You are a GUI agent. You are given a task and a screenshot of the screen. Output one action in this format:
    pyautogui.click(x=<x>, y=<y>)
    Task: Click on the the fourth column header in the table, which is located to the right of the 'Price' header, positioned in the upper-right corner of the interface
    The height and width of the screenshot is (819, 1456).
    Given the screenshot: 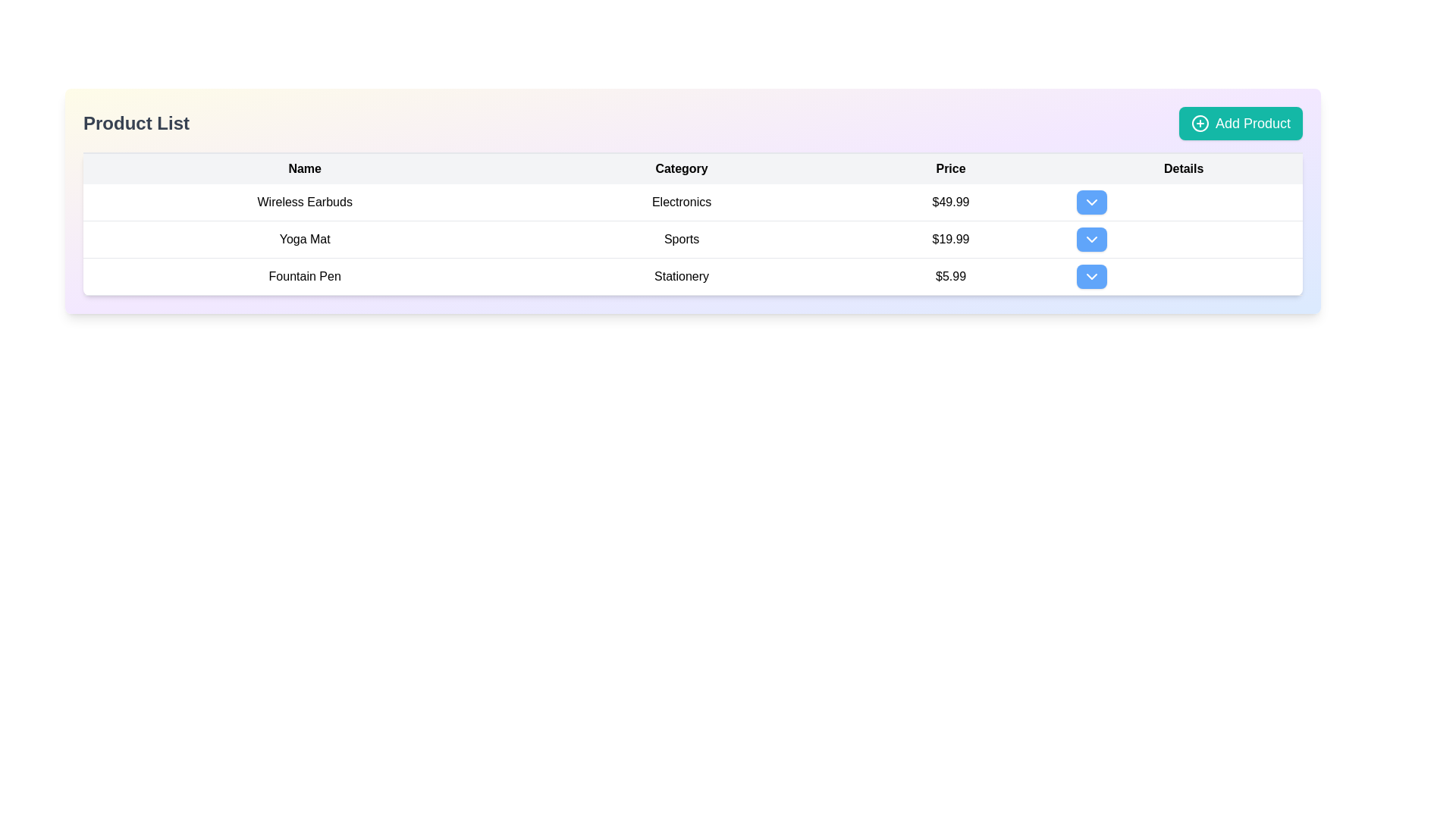 What is the action you would take?
    pyautogui.click(x=1183, y=168)
    